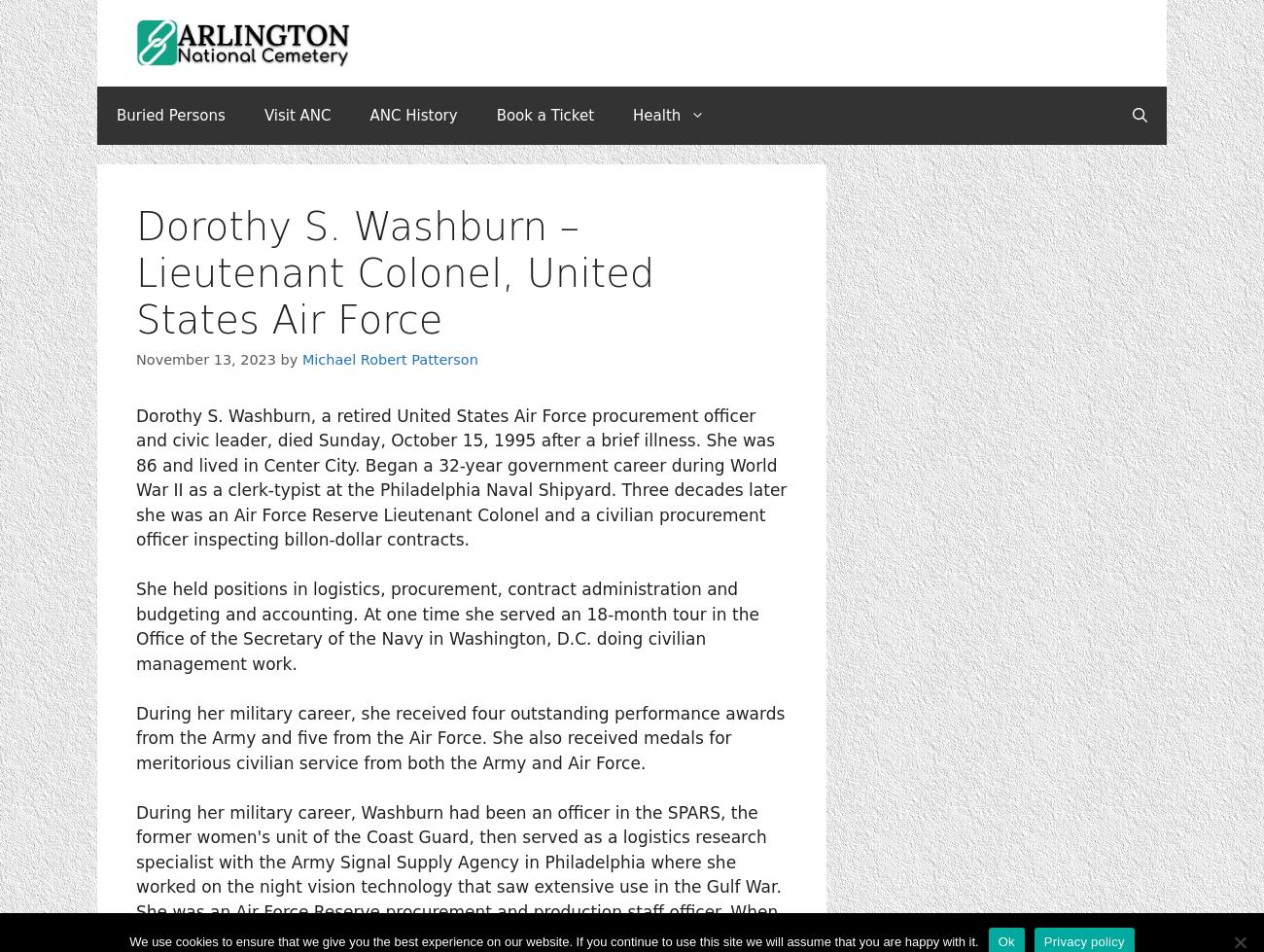 Image resolution: width=1264 pixels, height=952 pixels. What do you see at coordinates (629, 493) in the screenshot?
I see `'error:'` at bounding box center [629, 493].